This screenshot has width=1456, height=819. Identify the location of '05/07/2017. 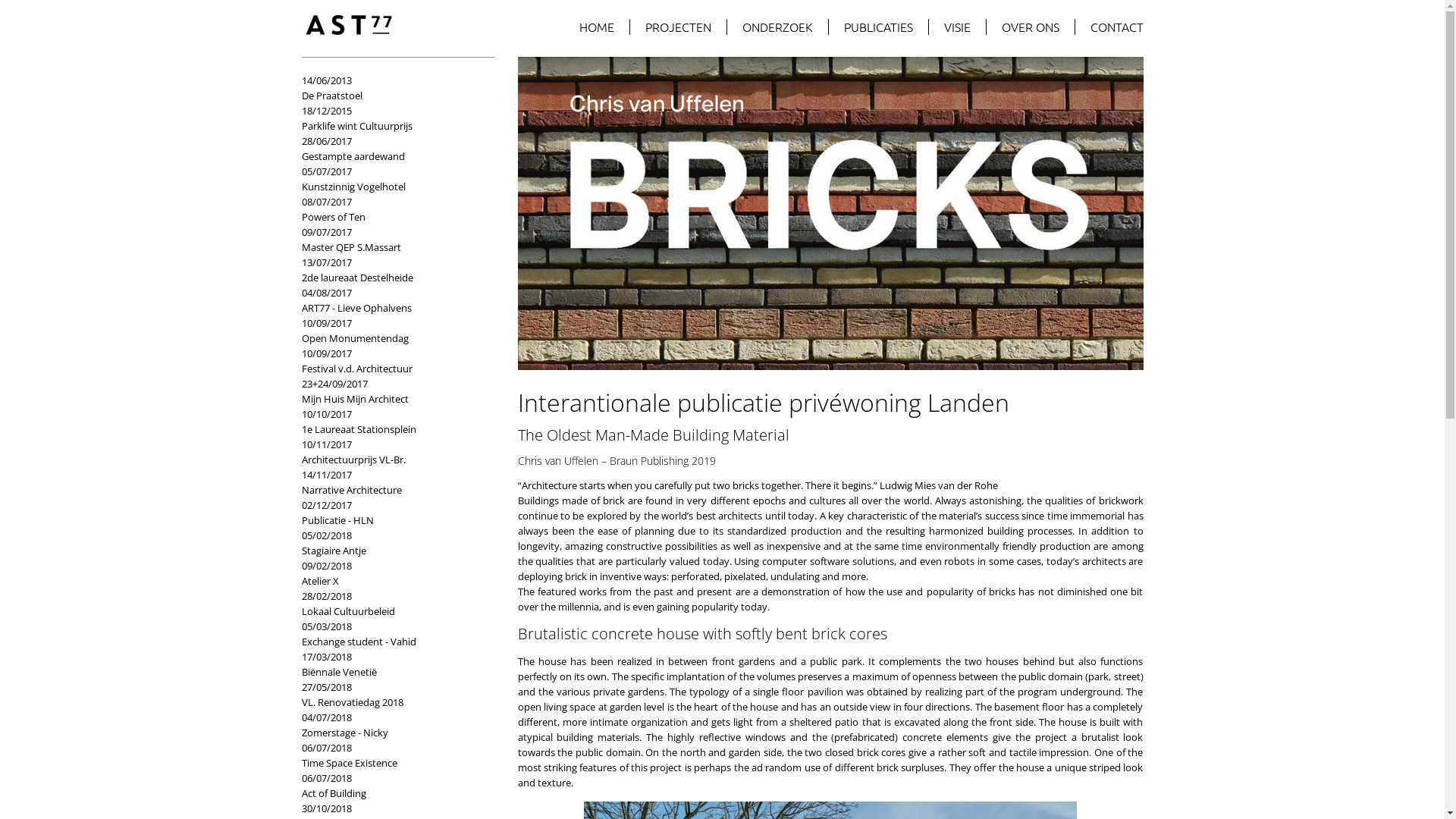
(391, 177).